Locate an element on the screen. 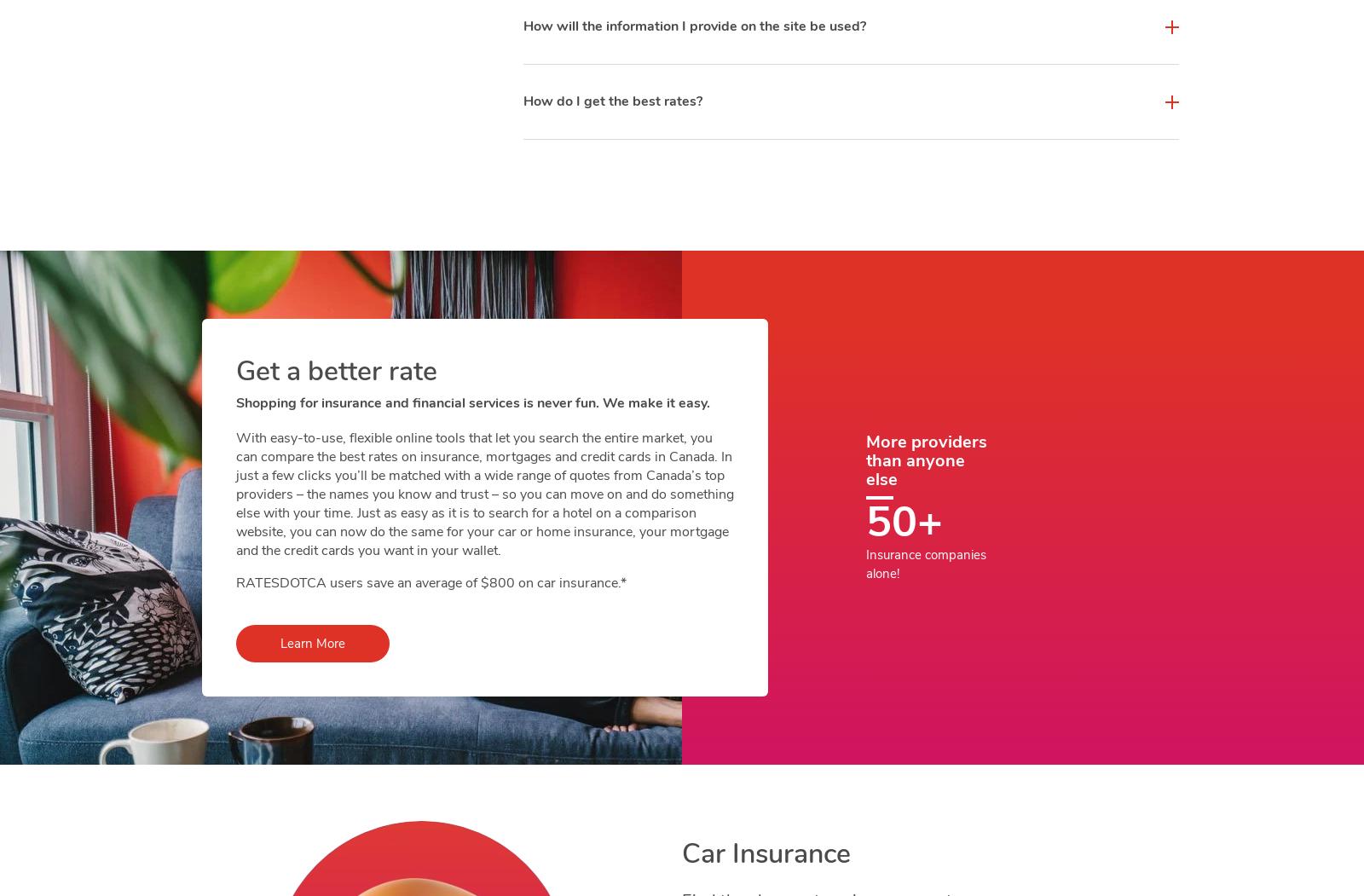 Image resolution: width=1364 pixels, height=896 pixels. 'RATESDOTCA users save an average of $800 on car insurance.*' is located at coordinates (429, 582).